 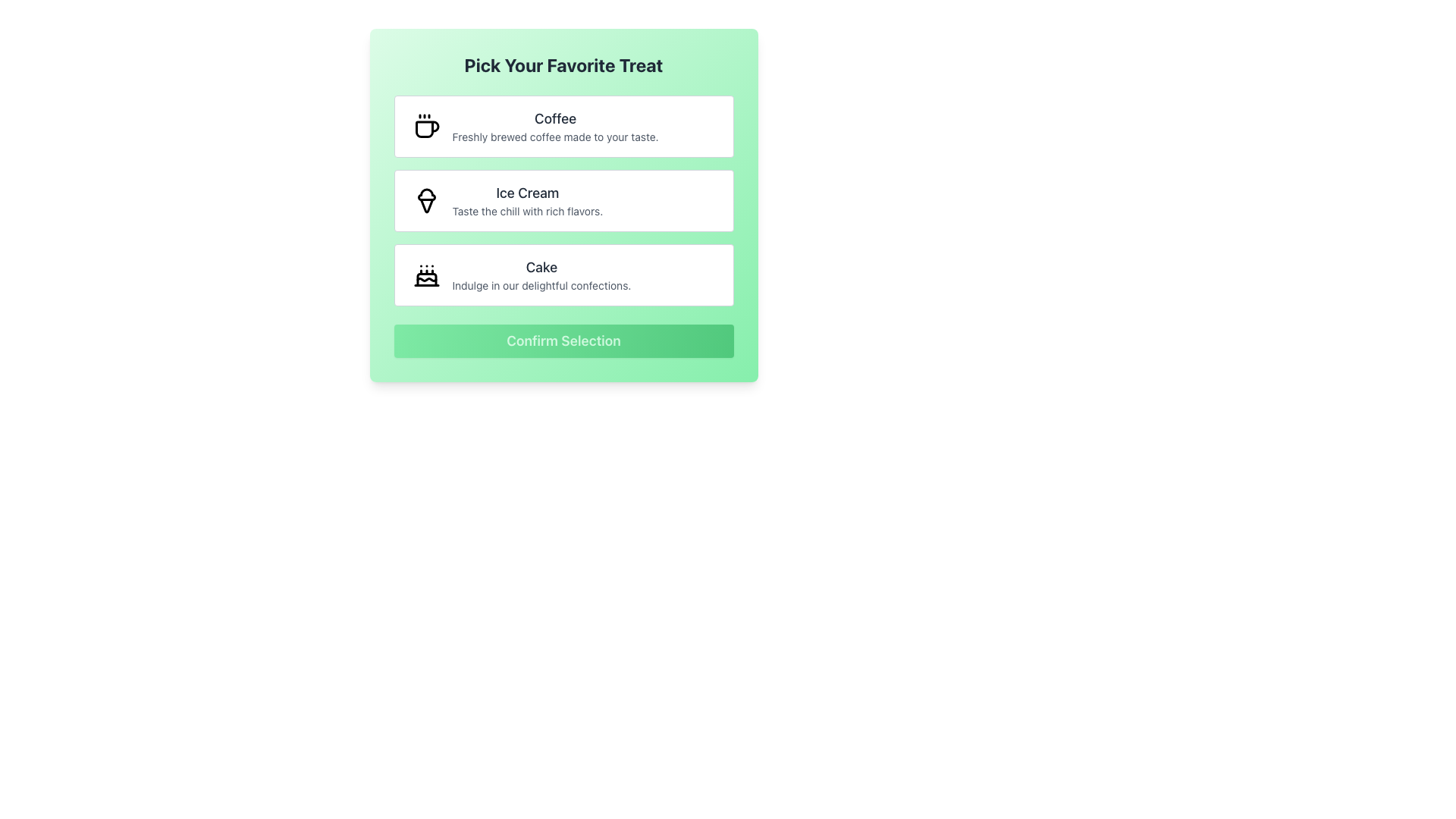 I want to click on the text label reading 'Indulge in our delightful confections.' which is positioned below the 'Cake' title in the list of options, so click(x=541, y=286).